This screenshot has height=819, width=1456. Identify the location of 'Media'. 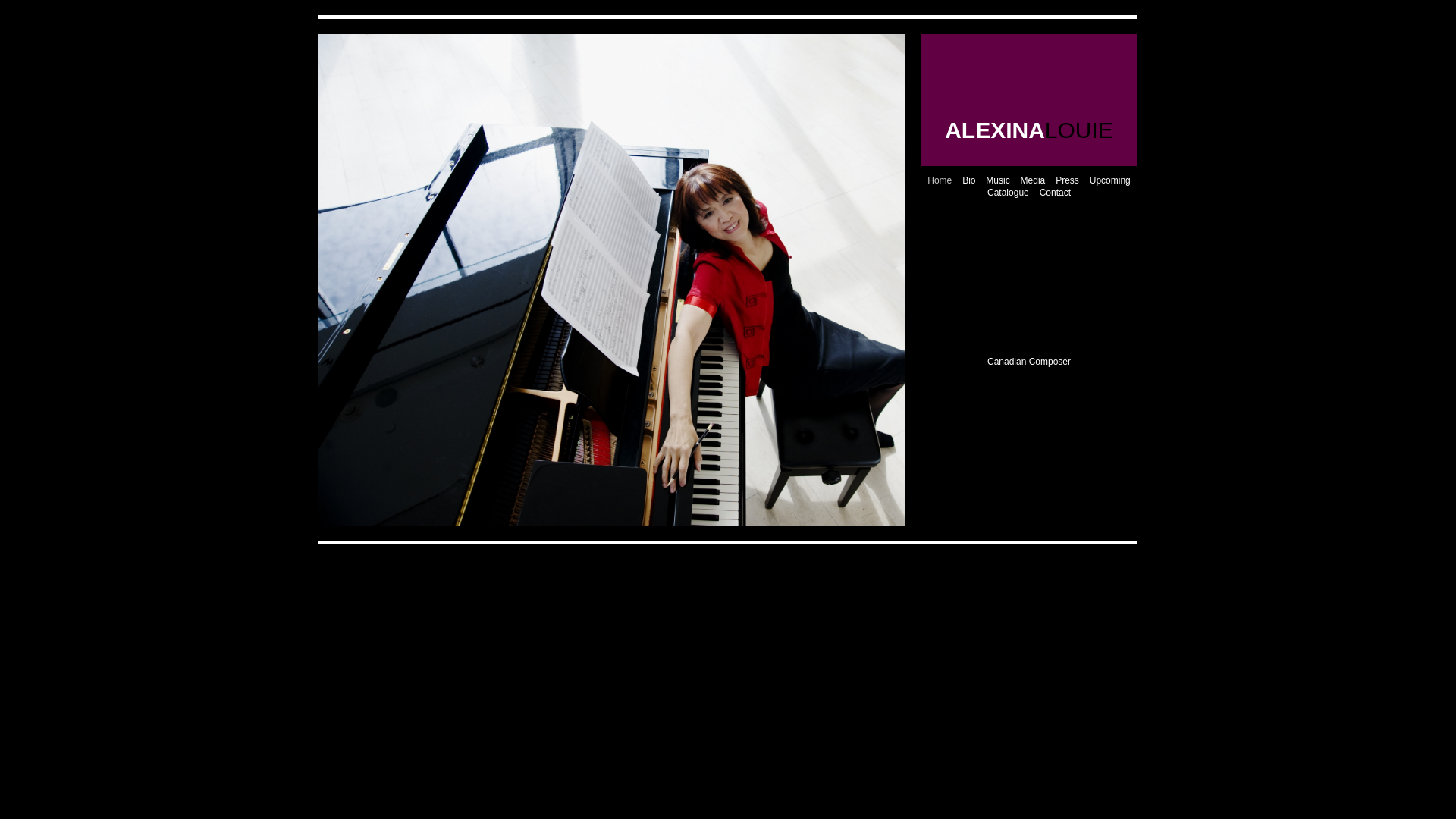
(1020, 180).